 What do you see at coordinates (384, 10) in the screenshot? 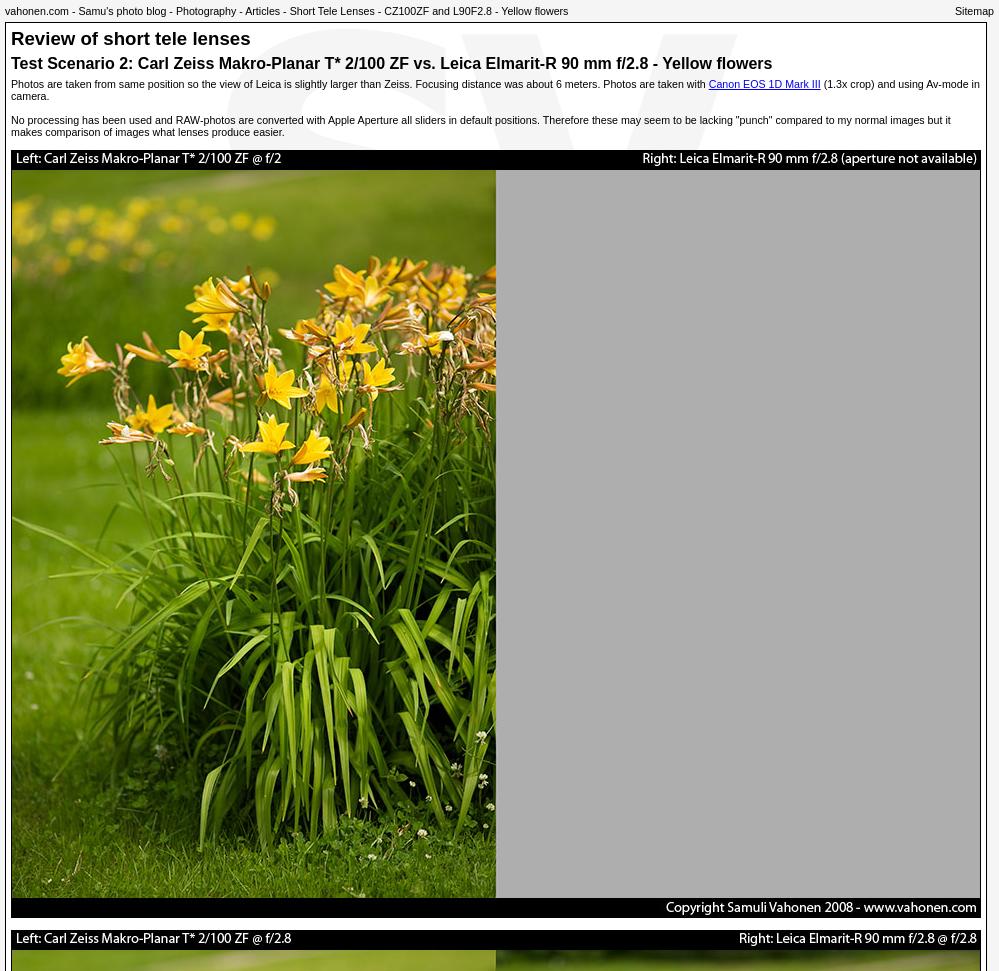
I see `'CZ100ZF and L90F2.8 - Yellow flowers'` at bounding box center [384, 10].